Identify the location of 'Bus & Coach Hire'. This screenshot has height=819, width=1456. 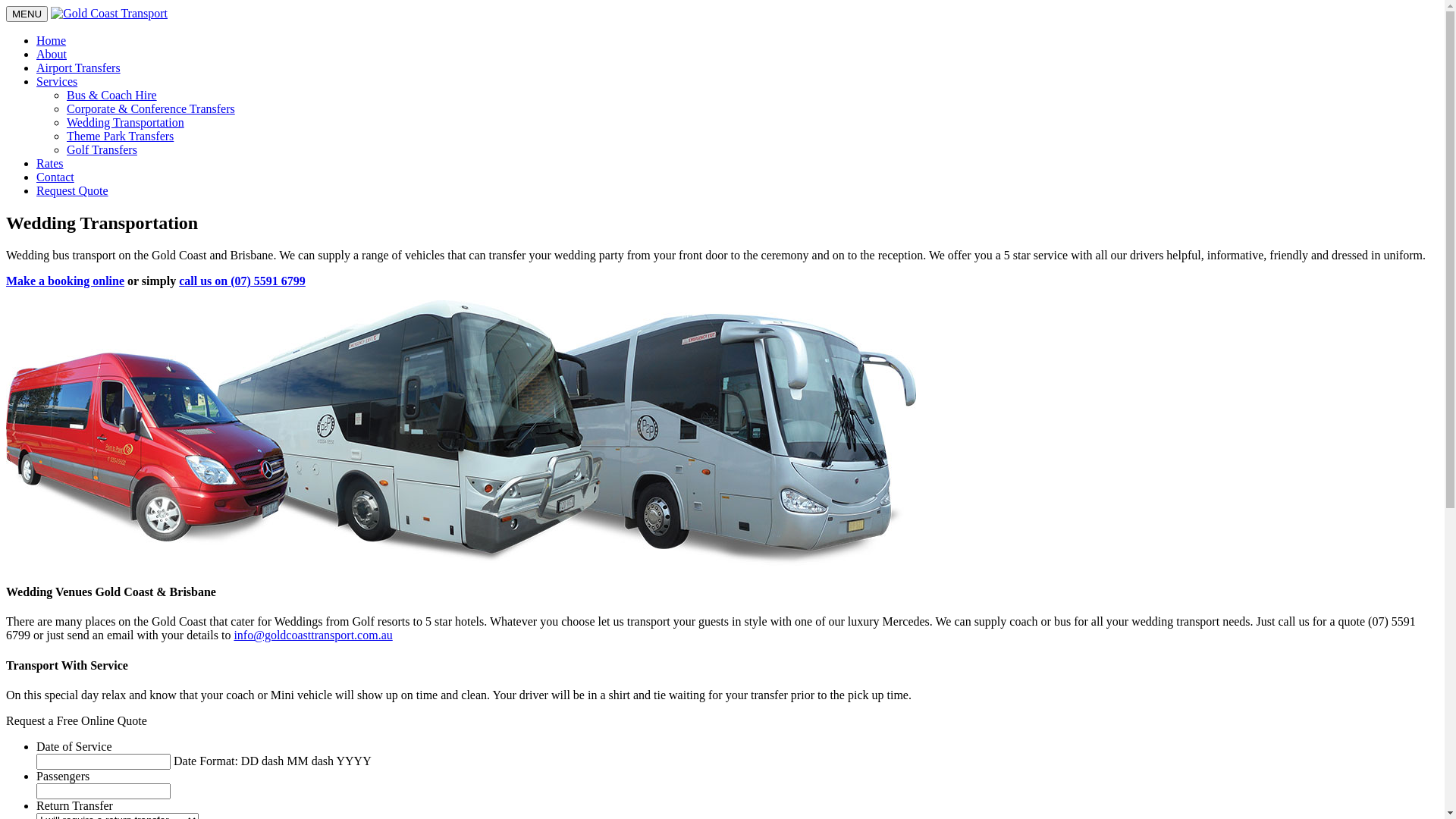
(111, 95).